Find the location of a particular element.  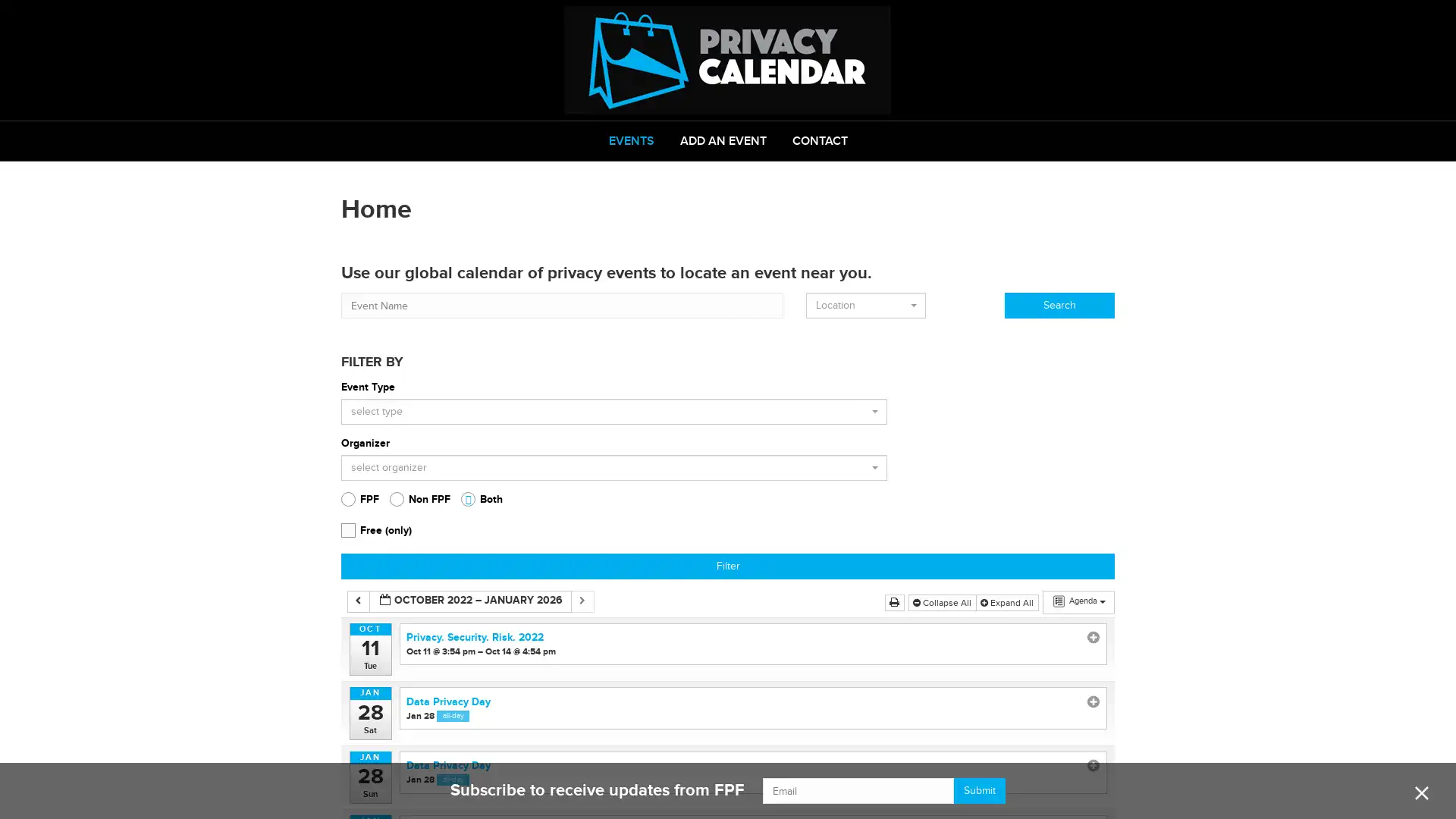

Search is located at coordinates (1059, 305).